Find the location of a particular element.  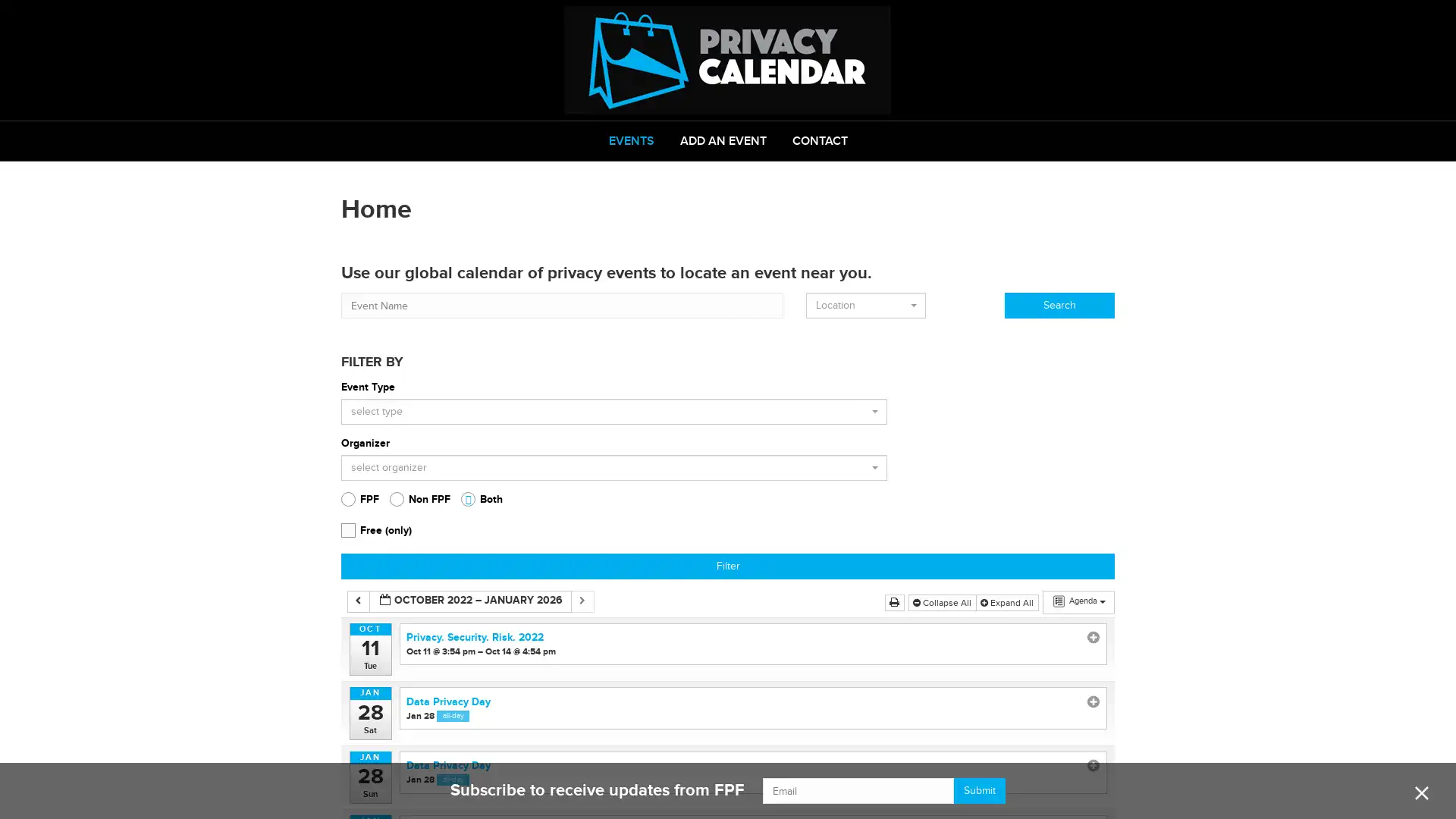

Search is located at coordinates (1059, 305).